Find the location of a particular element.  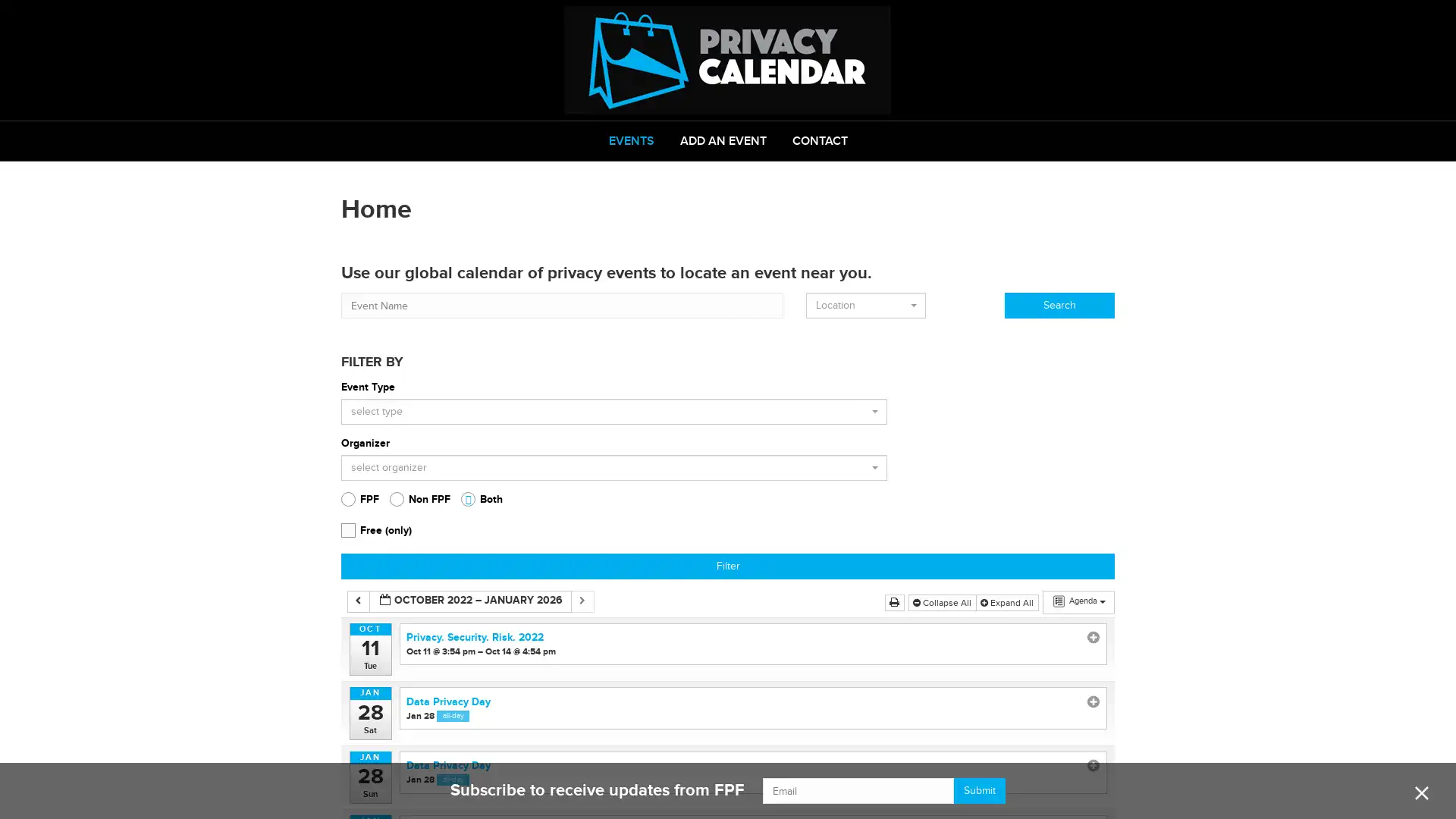

Search is located at coordinates (1059, 305).